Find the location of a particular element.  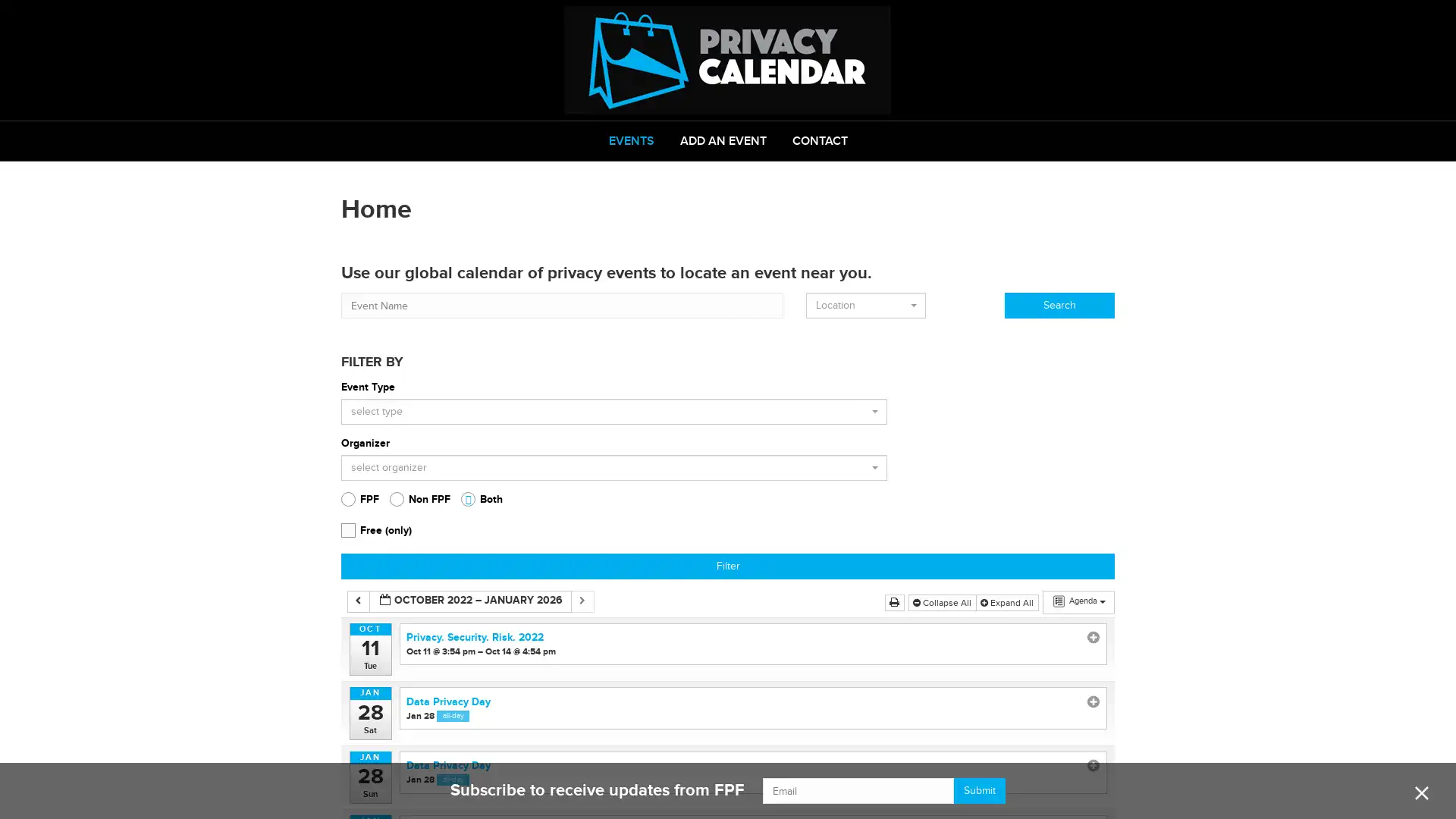

Search is located at coordinates (1059, 305).